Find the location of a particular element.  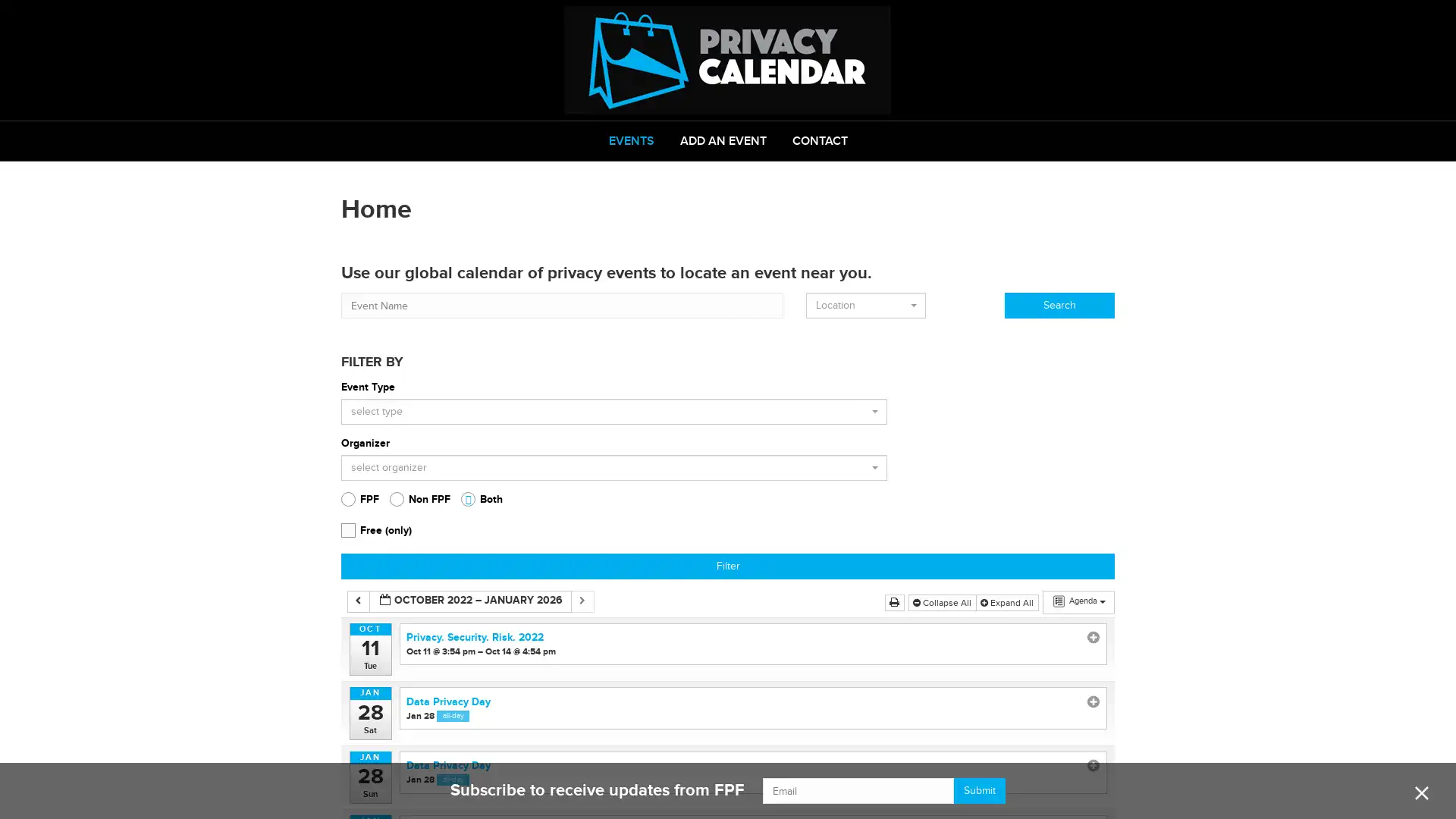

Search is located at coordinates (1059, 305).